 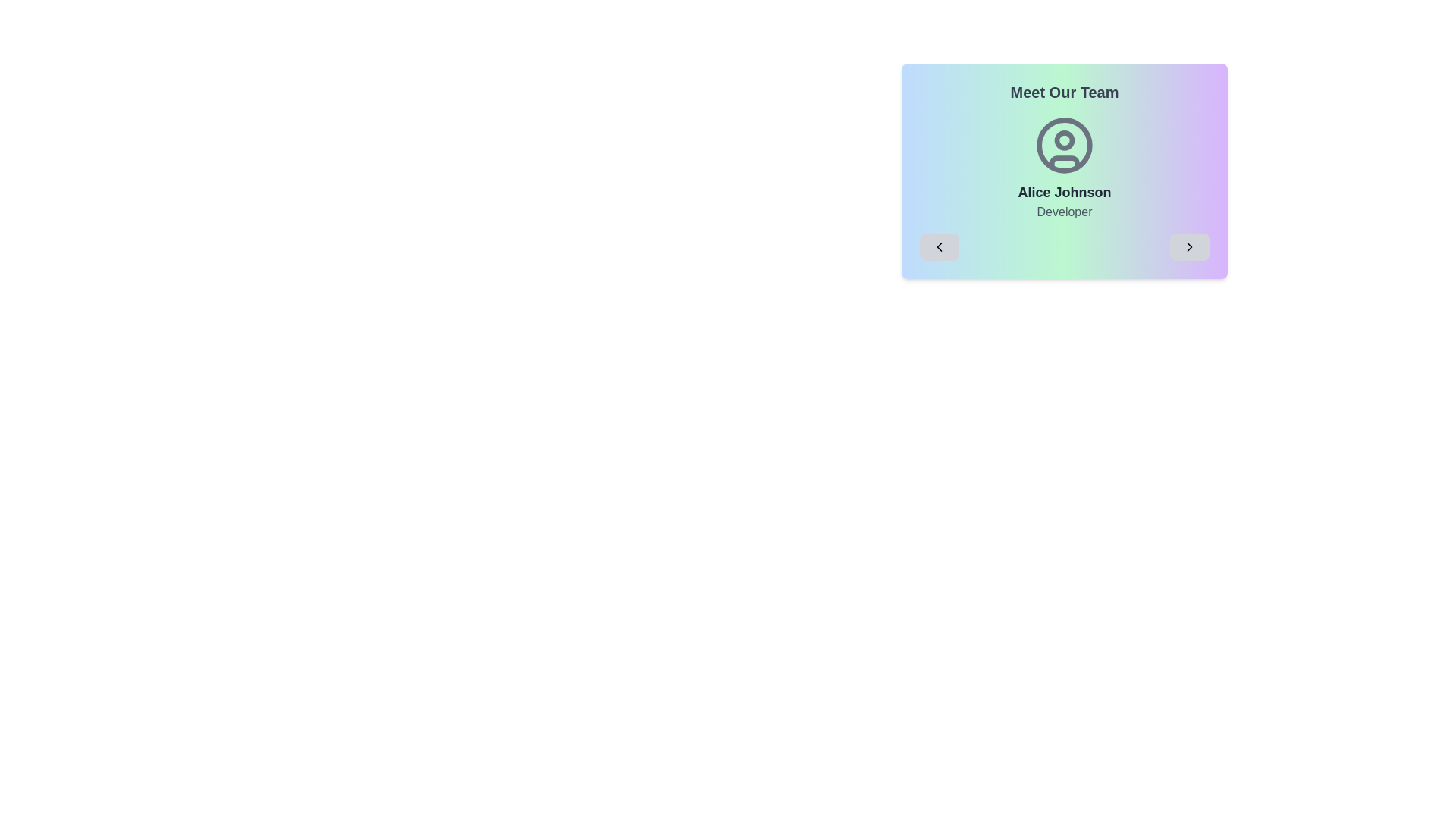 I want to click on associated name and title of the user represented by the icon of 'Alice Johnson' located in the 'Meet Our Team' card, which is centrally positioned above the text 'Alice Johnson' and 'Developer', so click(x=1063, y=146).